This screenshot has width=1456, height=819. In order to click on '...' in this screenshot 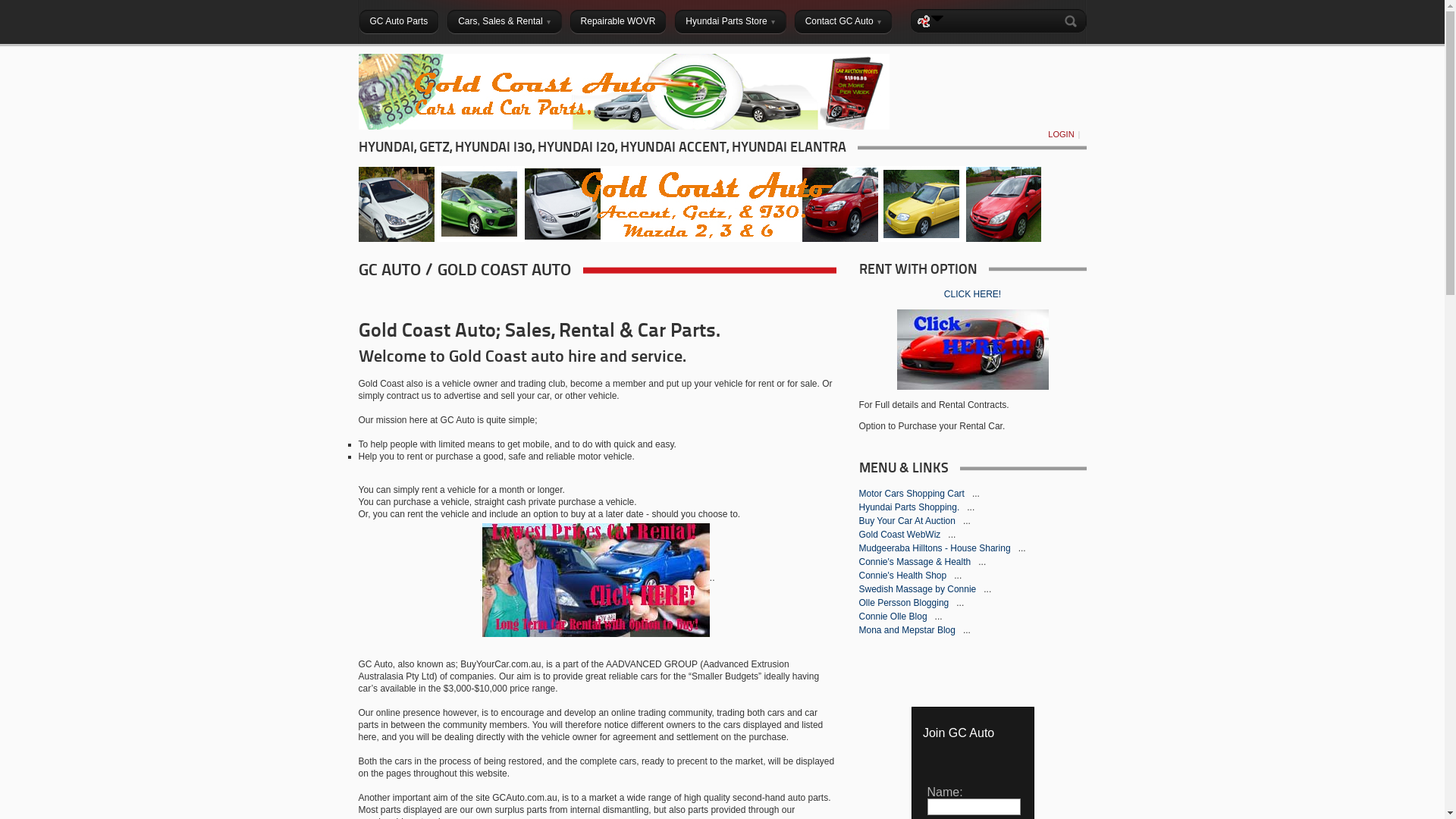, I will do `click(983, 588)`.